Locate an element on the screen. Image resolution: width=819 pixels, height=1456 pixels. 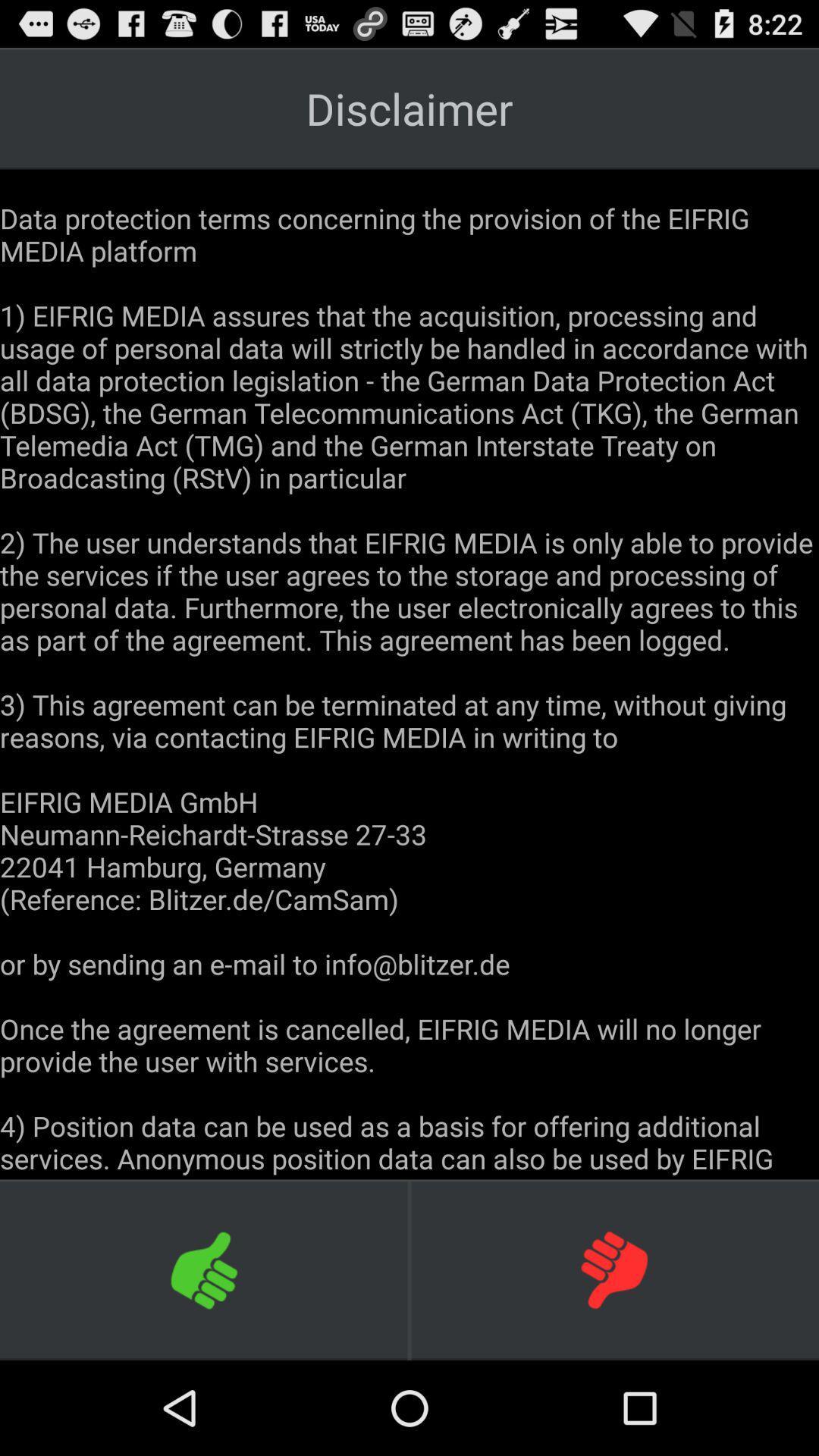
consent to the aggreement is located at coordinates (205, 1269).